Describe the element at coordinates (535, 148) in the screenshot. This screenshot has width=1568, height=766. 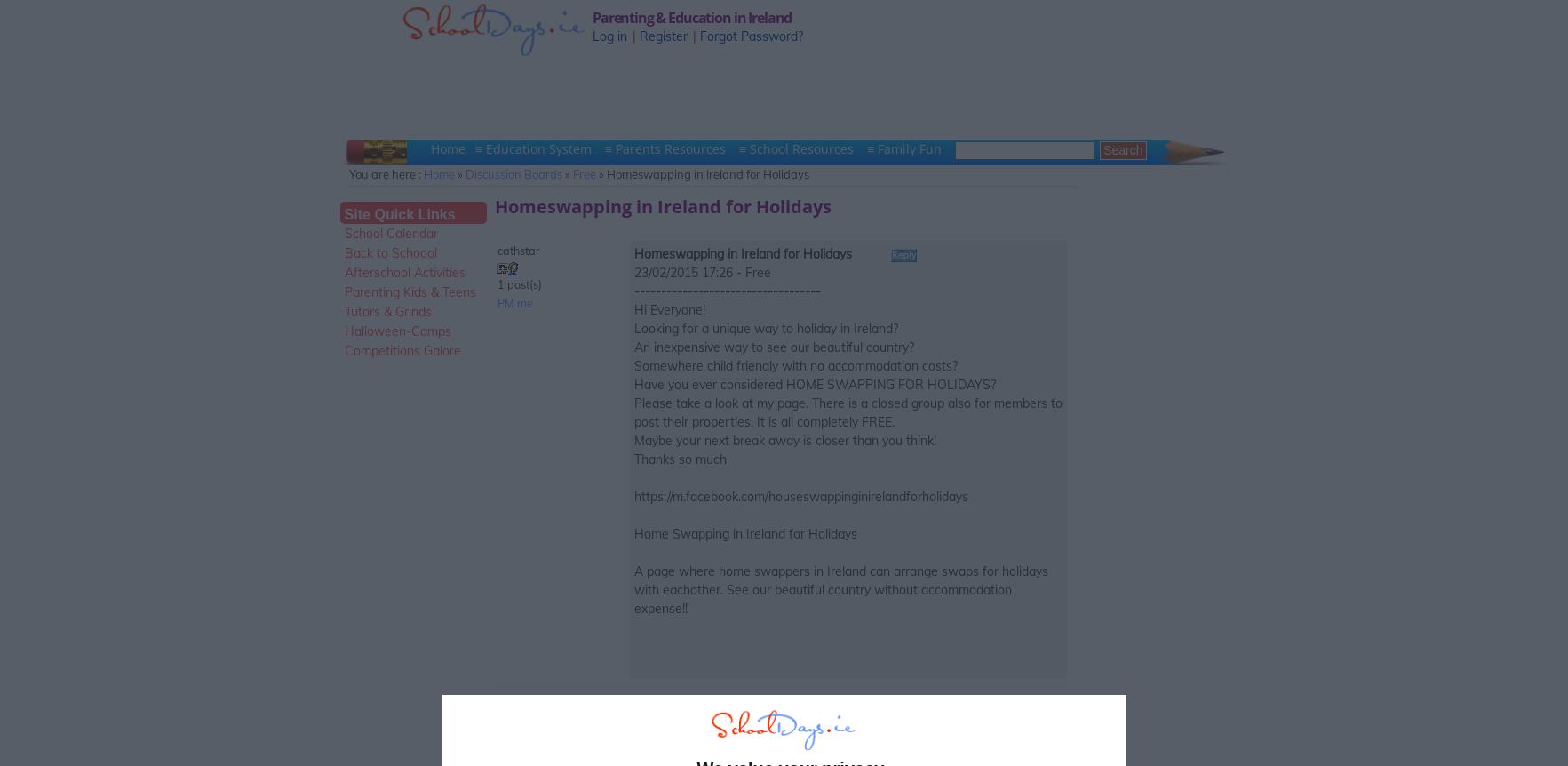
I see `'≡ Education System'` at that location.